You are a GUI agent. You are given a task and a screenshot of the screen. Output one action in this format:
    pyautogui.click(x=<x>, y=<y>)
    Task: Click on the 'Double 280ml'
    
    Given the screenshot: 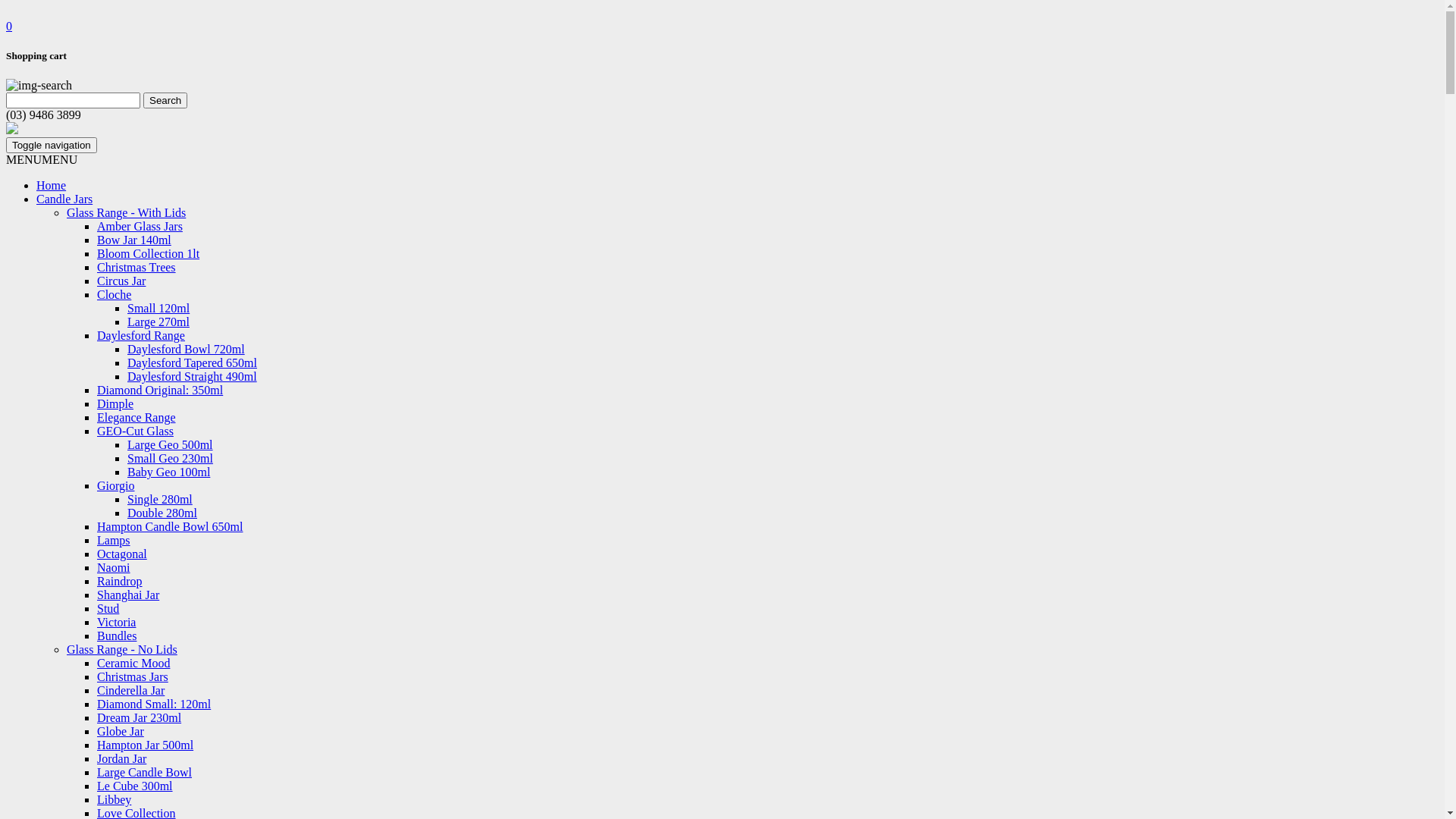 What is the action you would take?
    pyautogui.click(x=127, y=512)
    